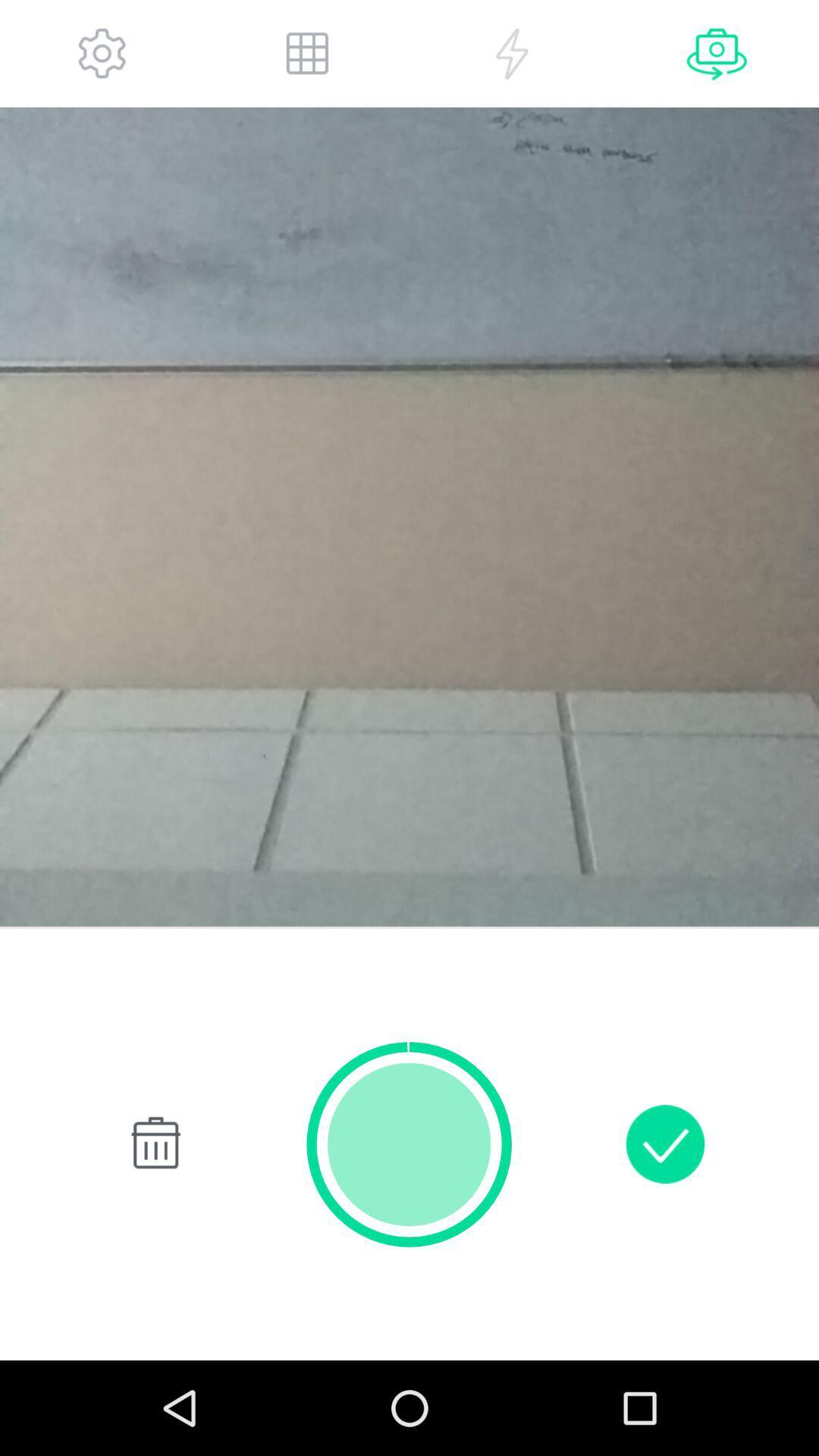 The image size is (819, 1456). I want to click on accept, so click(664, 1144).